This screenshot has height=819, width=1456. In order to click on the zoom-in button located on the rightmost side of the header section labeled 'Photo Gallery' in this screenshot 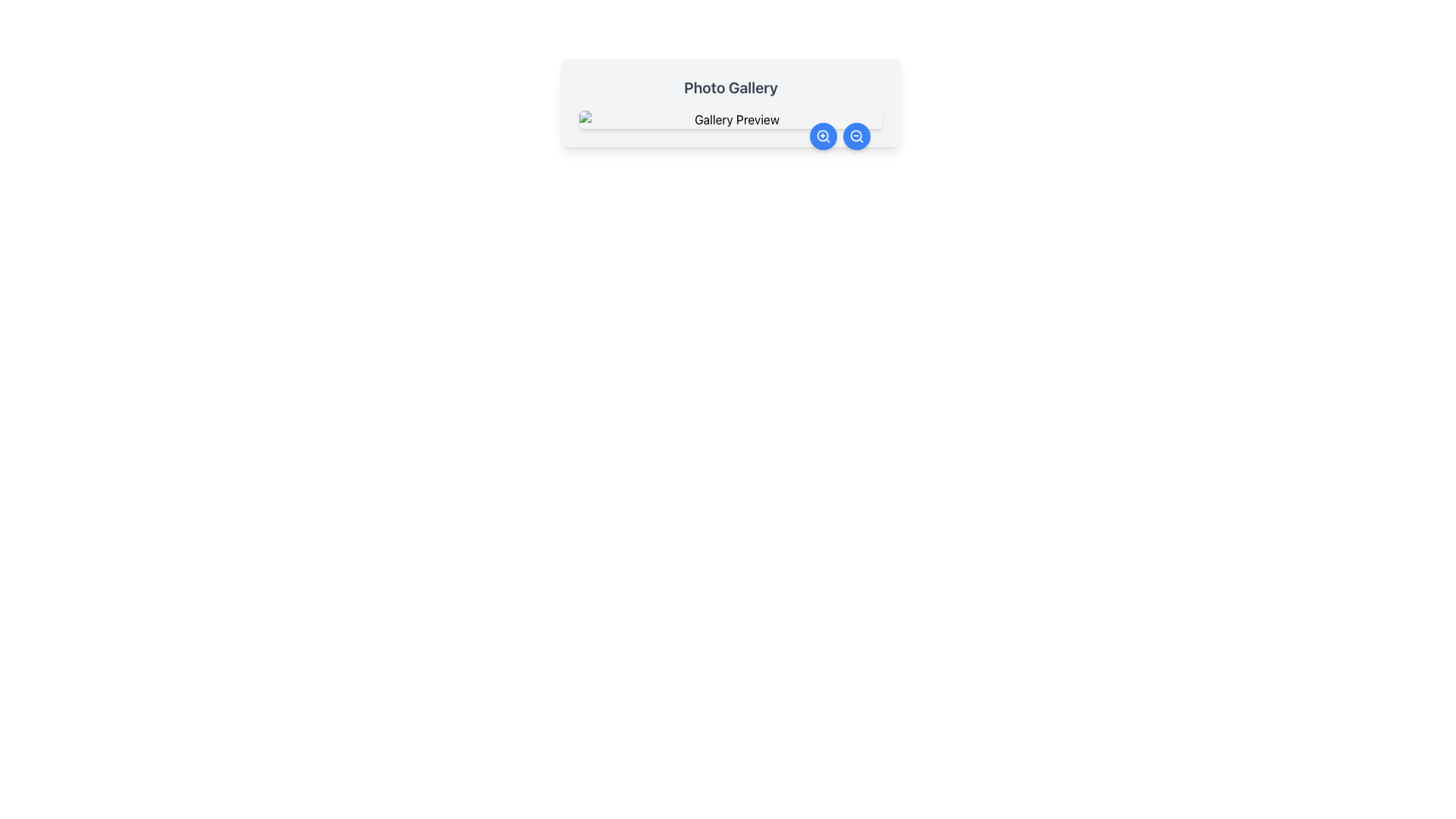, I will do `click(822, 136)`.